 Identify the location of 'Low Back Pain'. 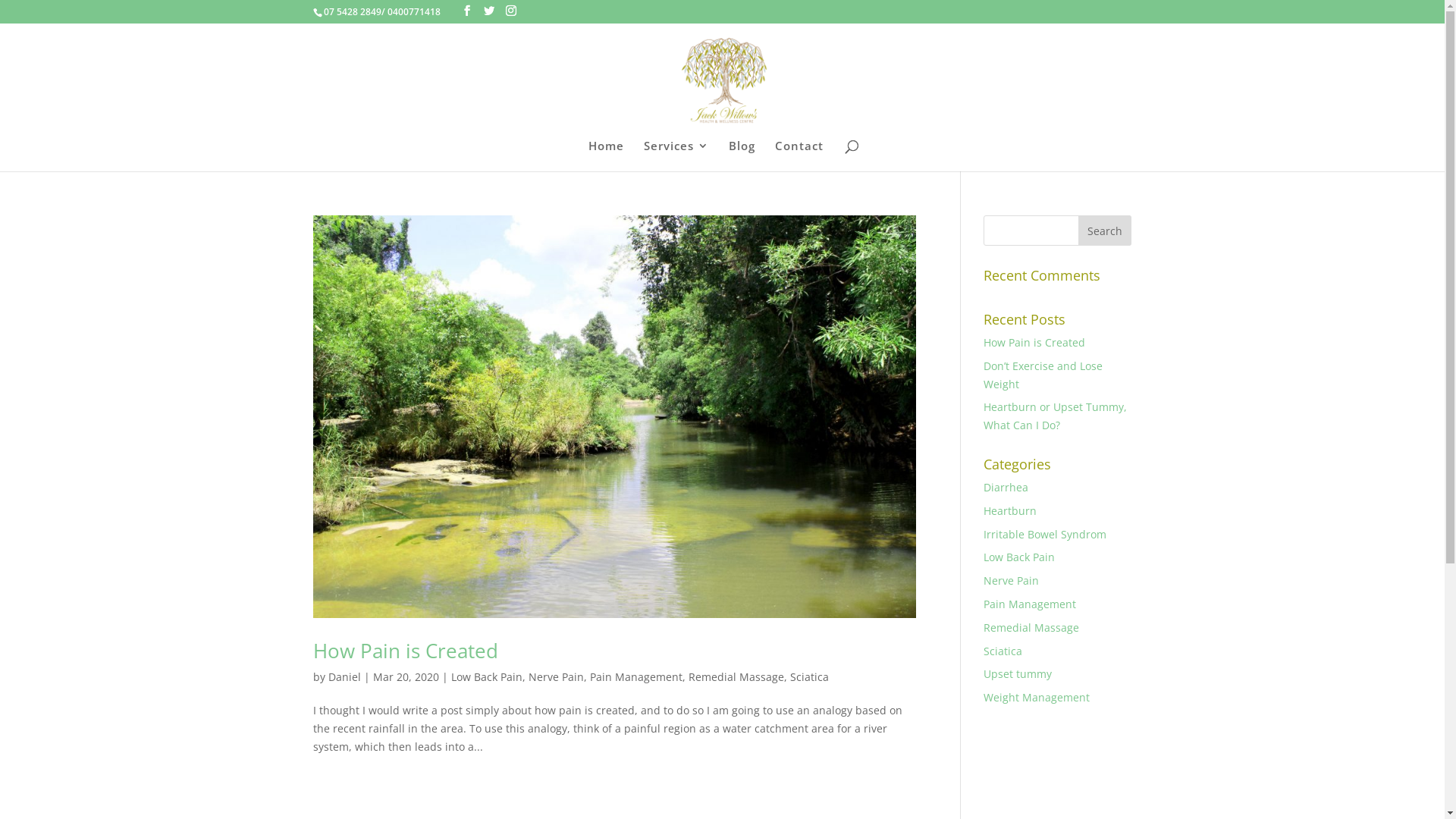
(486, 676).